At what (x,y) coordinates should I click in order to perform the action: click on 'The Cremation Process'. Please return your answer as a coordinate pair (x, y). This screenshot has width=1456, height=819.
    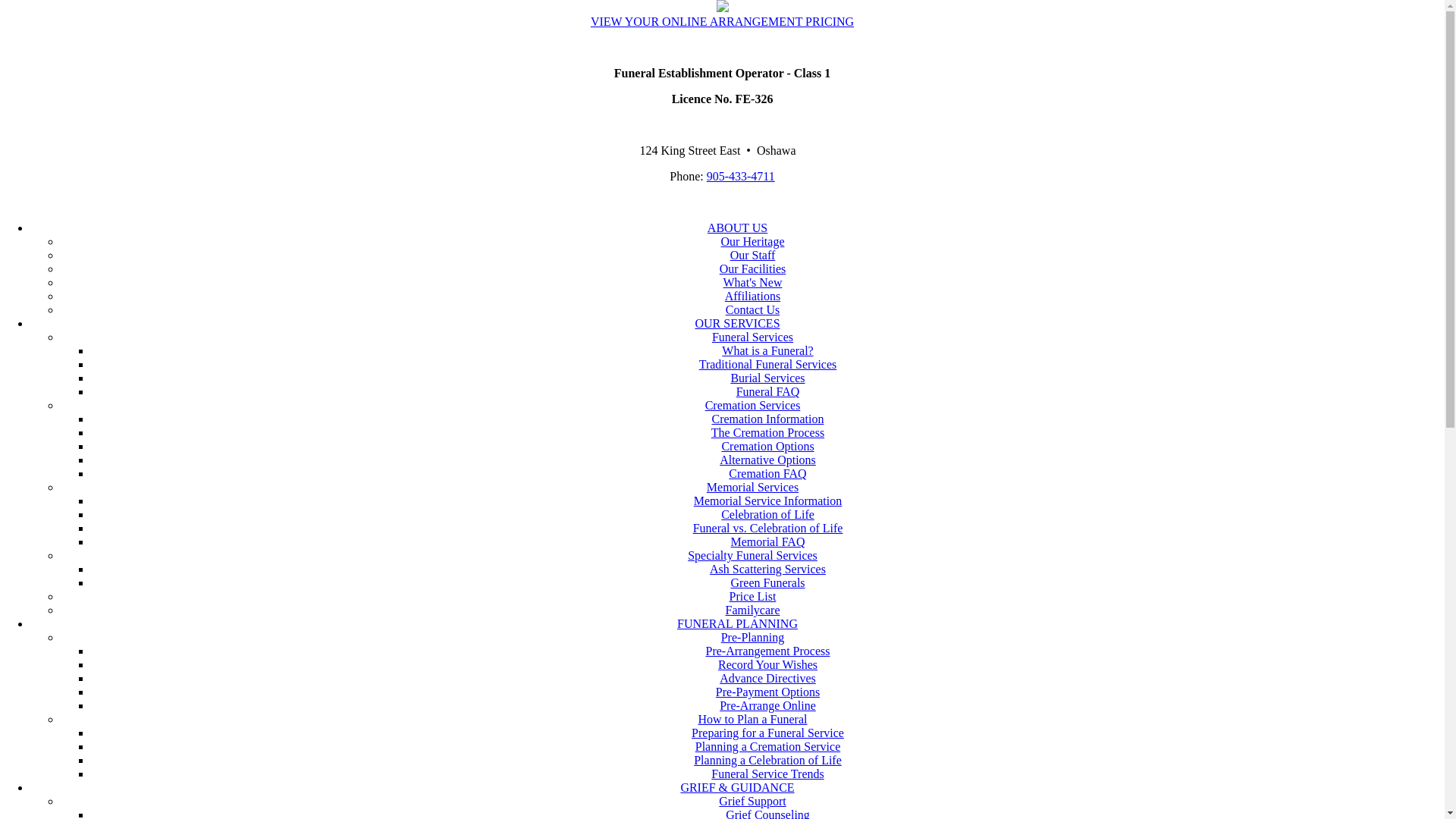
    Looking at the image, I should click on (767, 432).